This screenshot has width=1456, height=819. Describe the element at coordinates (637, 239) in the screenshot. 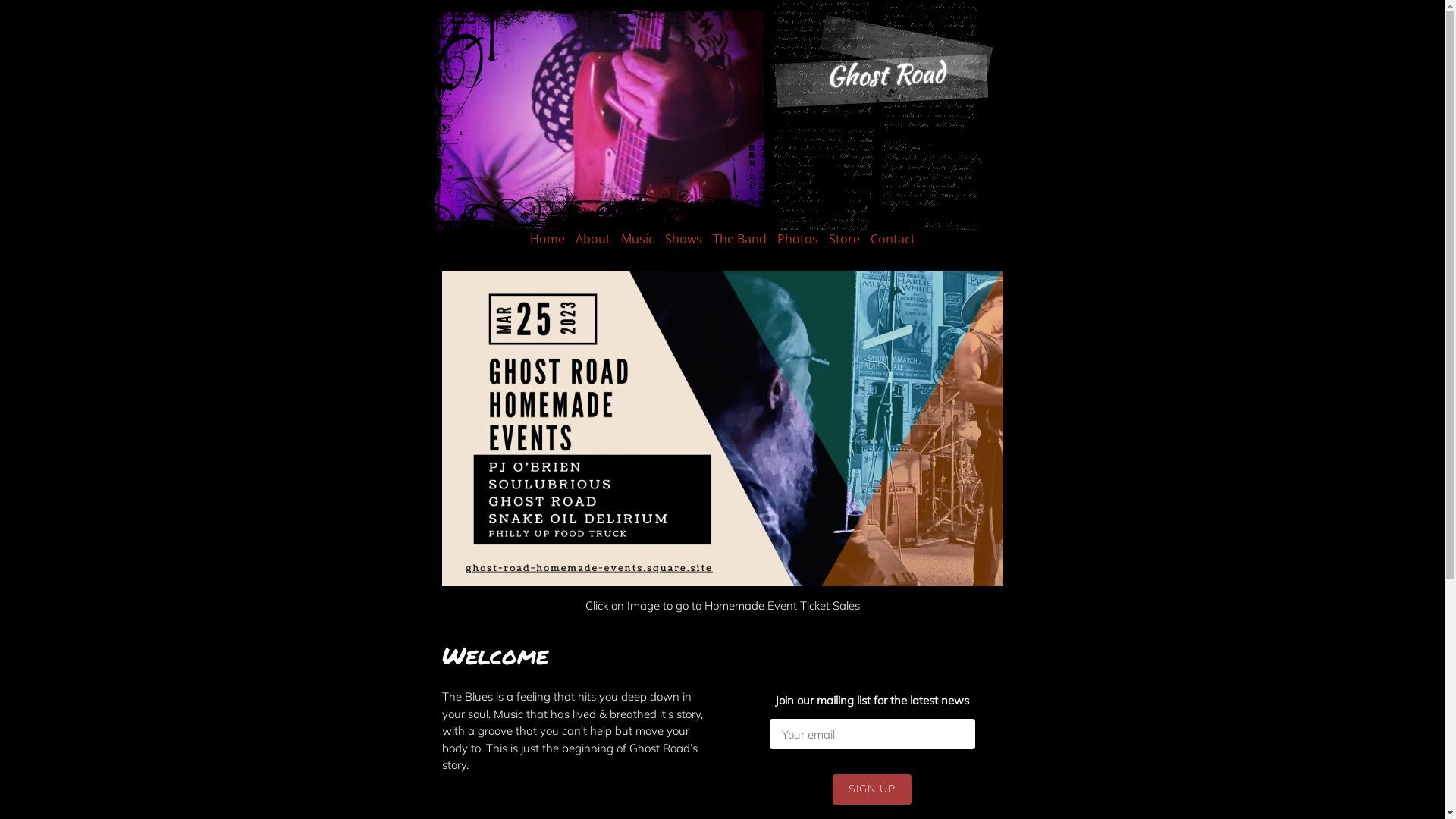

I see `'Music'` at that location.